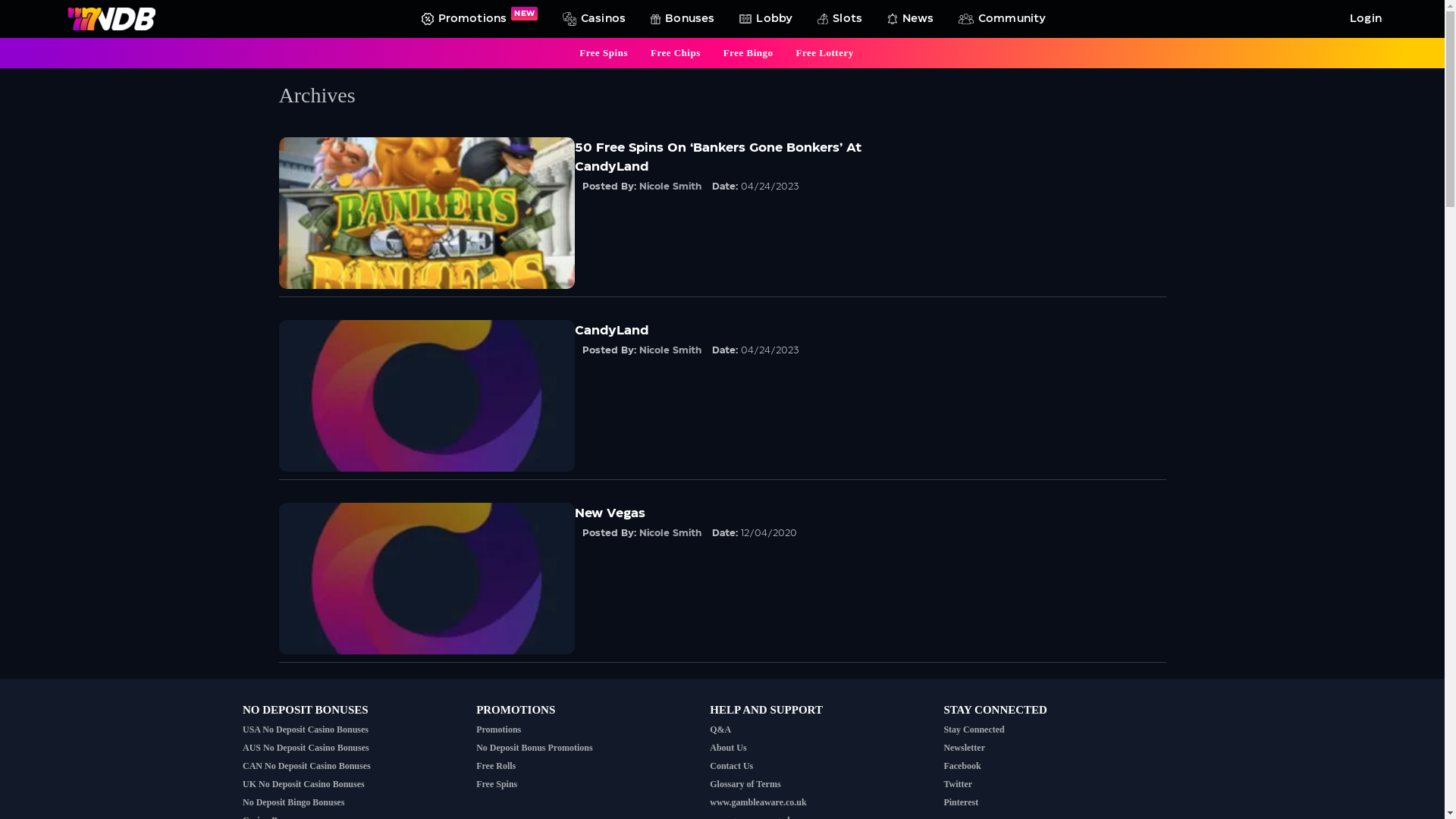 This screenshot has width=1456, height=819. What do you see at coordinates (963, 747) in the screenshot?
I see `'Newsletter'` at bounding box center [963, 747].